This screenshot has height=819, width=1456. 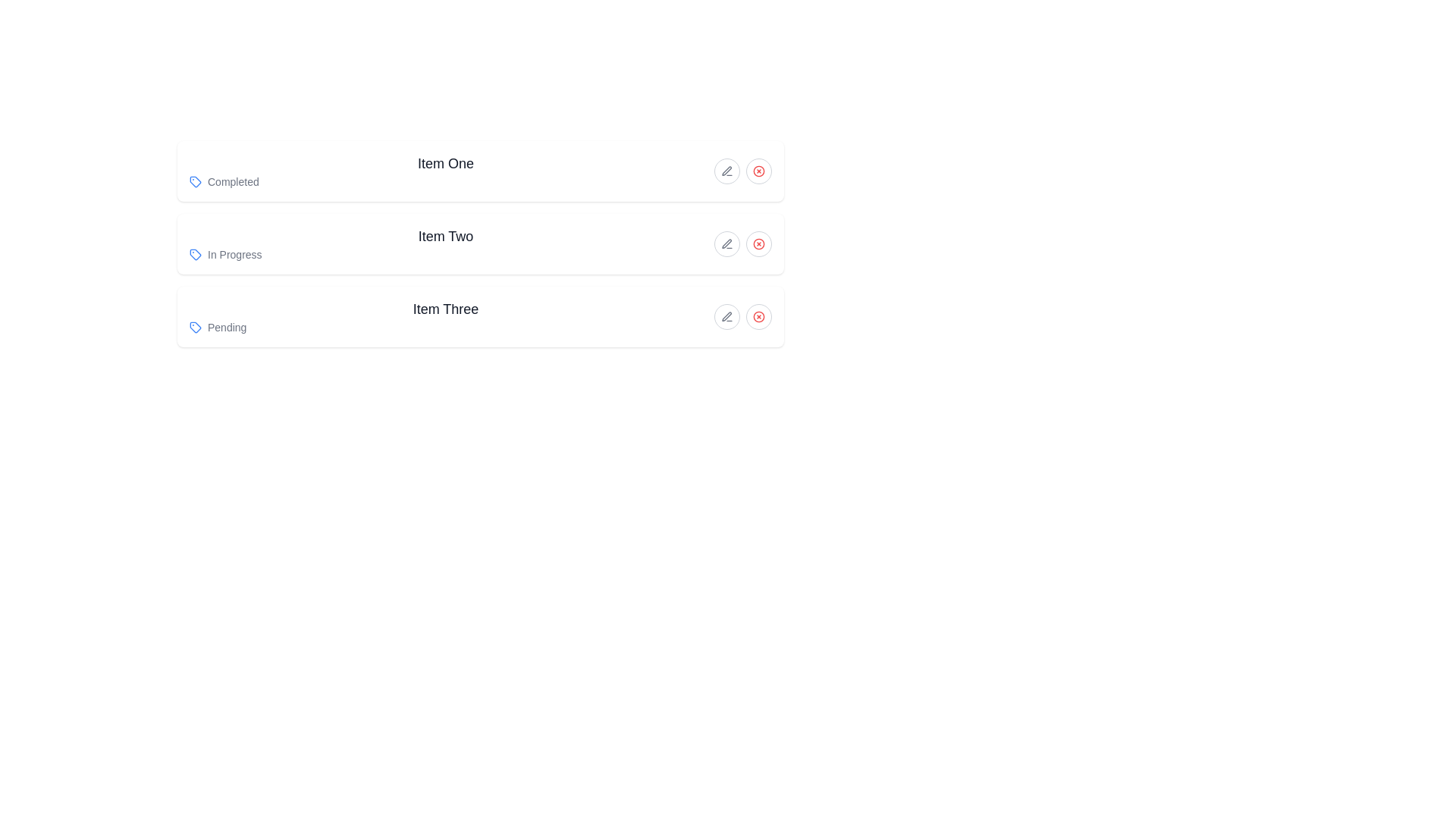 I want to click on the informational text component that displays 'Item One Completed', which has bold 'Item One' and smaller gray 'Completed' text, located above 'Item Two' and 'Item Three', so click(x=445, y=171).